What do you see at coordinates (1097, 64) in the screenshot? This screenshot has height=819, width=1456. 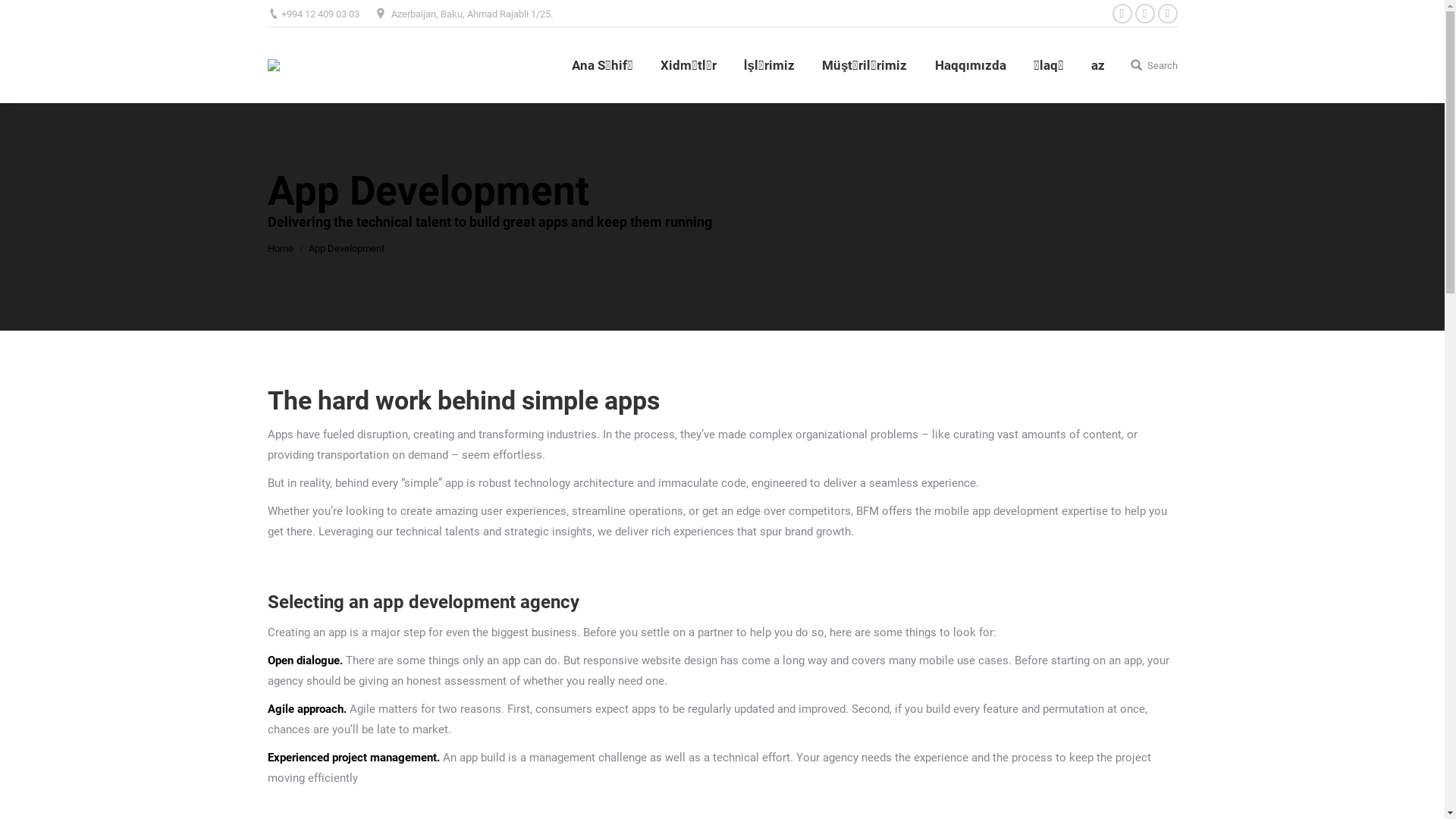 I see `'az'` at bounding box center [1097, 64].